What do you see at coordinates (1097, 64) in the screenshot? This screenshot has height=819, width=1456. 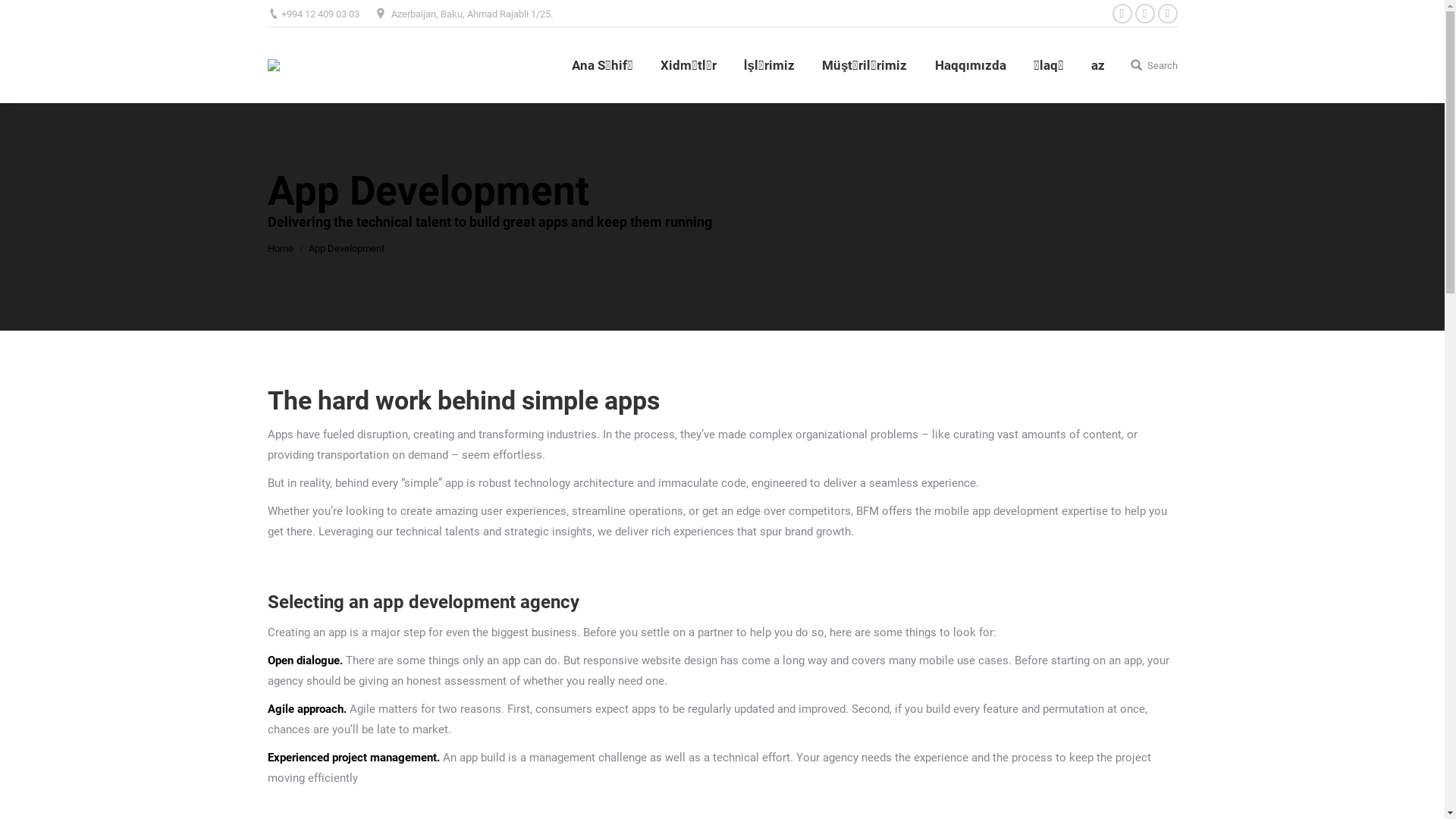 I see `'az'` at bounding box center [1097, 64].